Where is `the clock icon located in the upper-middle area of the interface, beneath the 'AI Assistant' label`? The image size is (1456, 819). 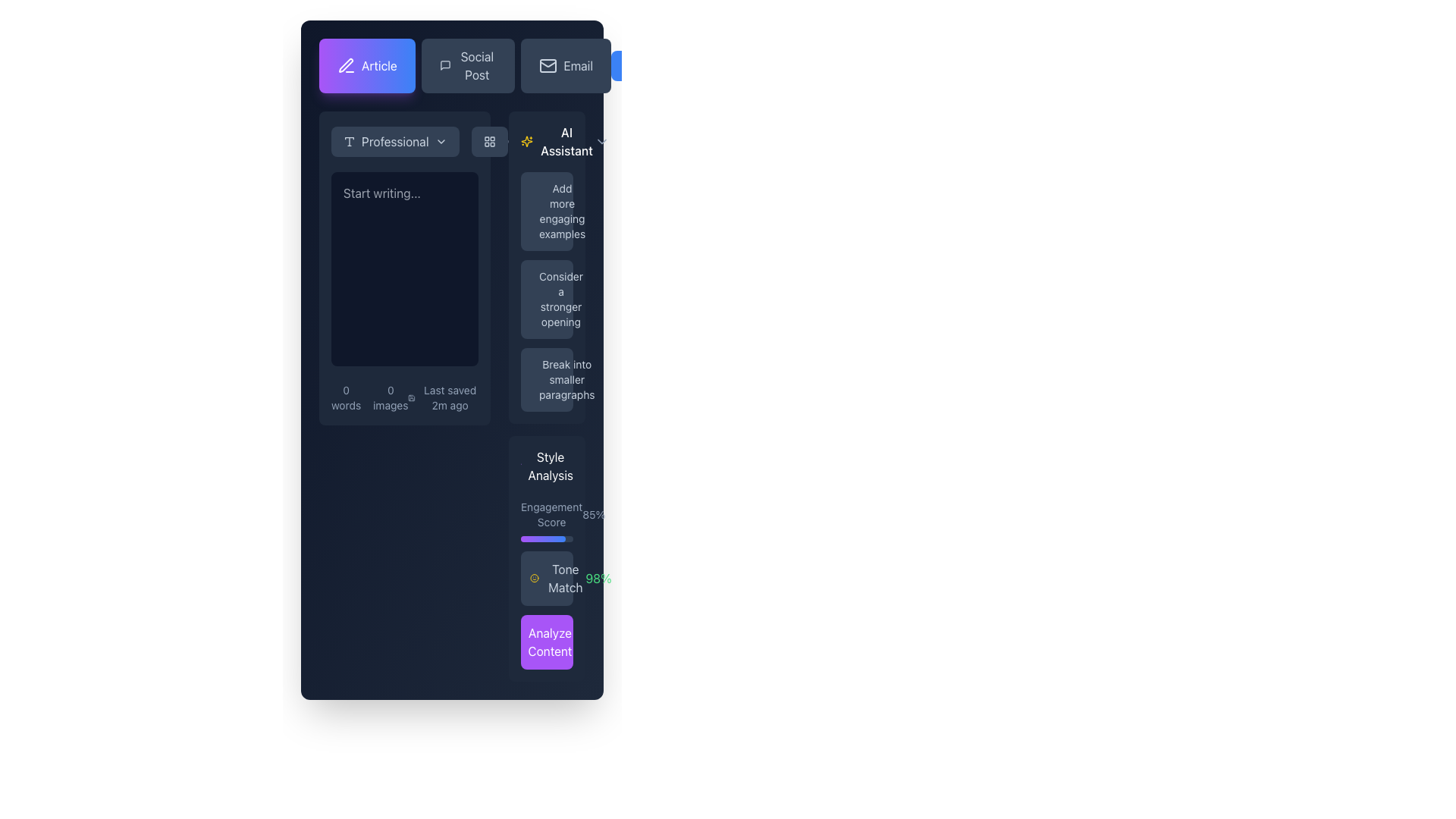 the clock icon located in the upper-middle area of the interface, beneath the 'AI Assistant' label is located at coordinates (511, 141).